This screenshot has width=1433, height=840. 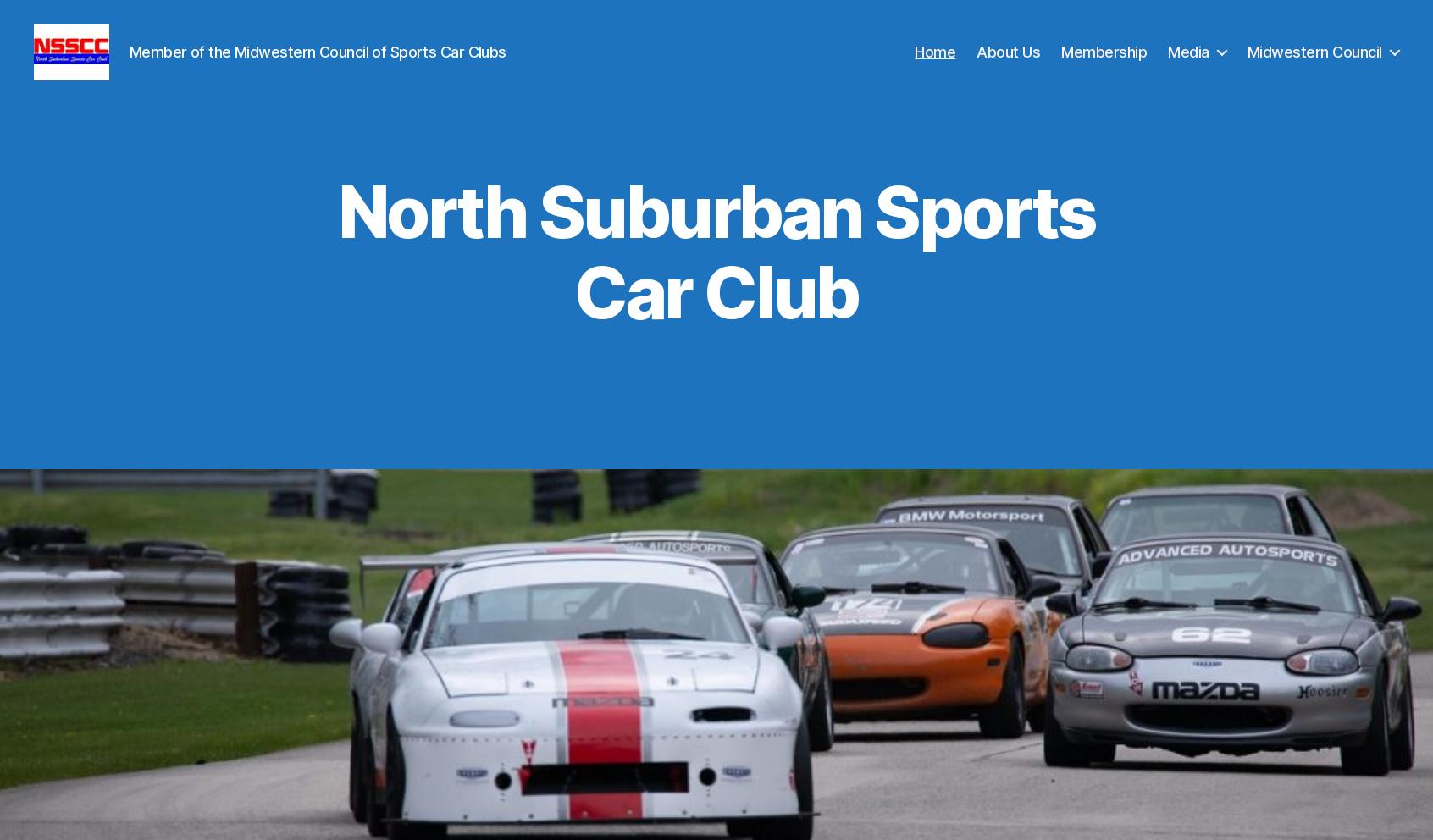 What do you see at coordinates (590, 827) in the screenshot?
I see `'Chris McGuire – President, NSSCC'` at bounding box center [590, 827].